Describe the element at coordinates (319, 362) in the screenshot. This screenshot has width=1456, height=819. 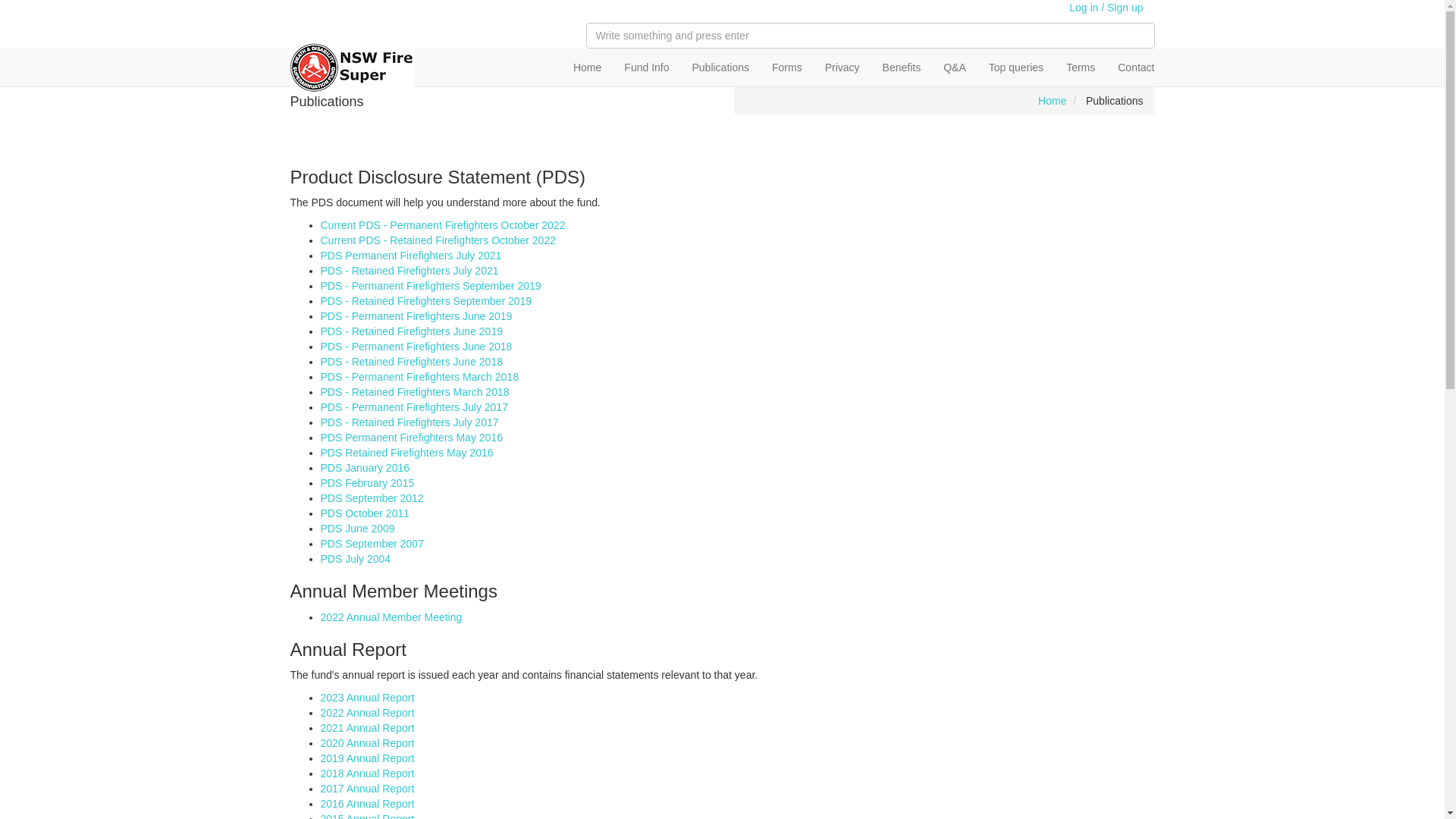
I see `'PDS - Retained Firefighters June 2018'` at that location.